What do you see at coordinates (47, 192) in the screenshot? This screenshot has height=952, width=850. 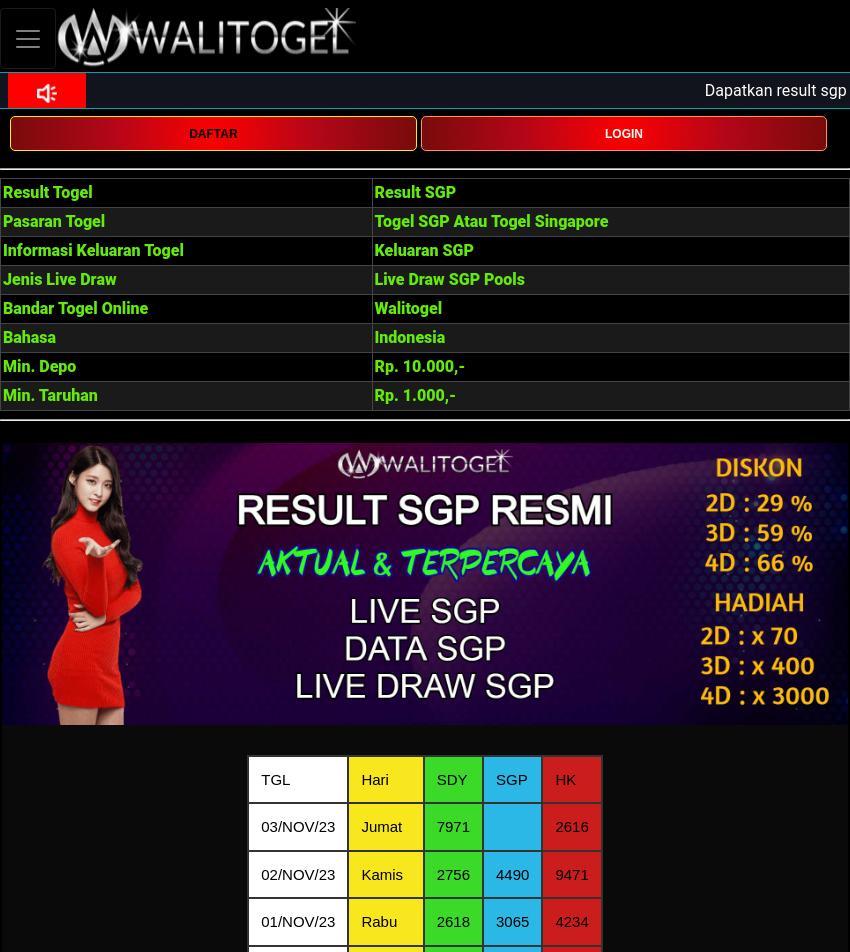 I see `'Result Togel'` at bounding box center [47, 192].